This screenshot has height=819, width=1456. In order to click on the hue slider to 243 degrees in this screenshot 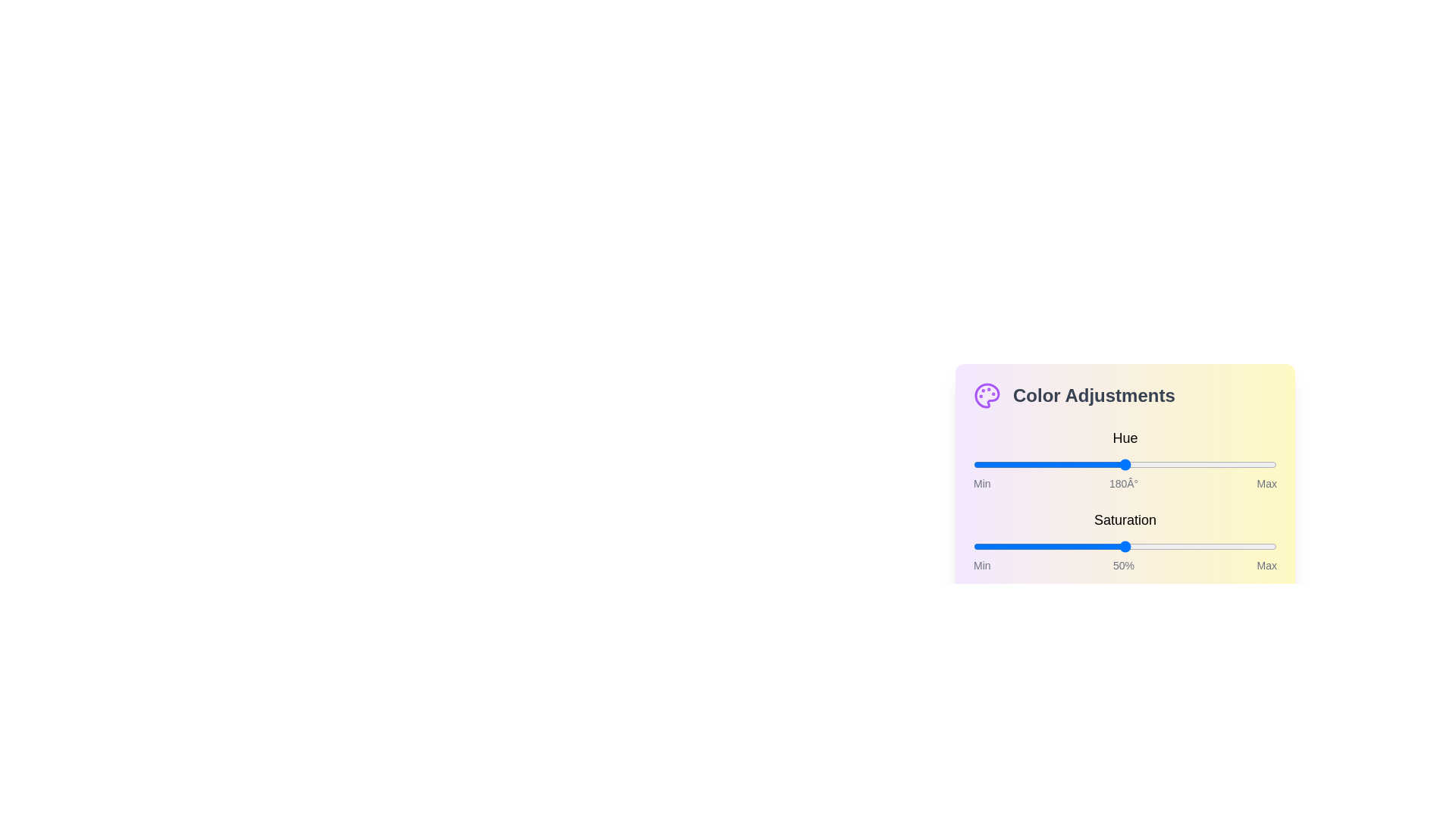, I will do `click(1178, 464)`.